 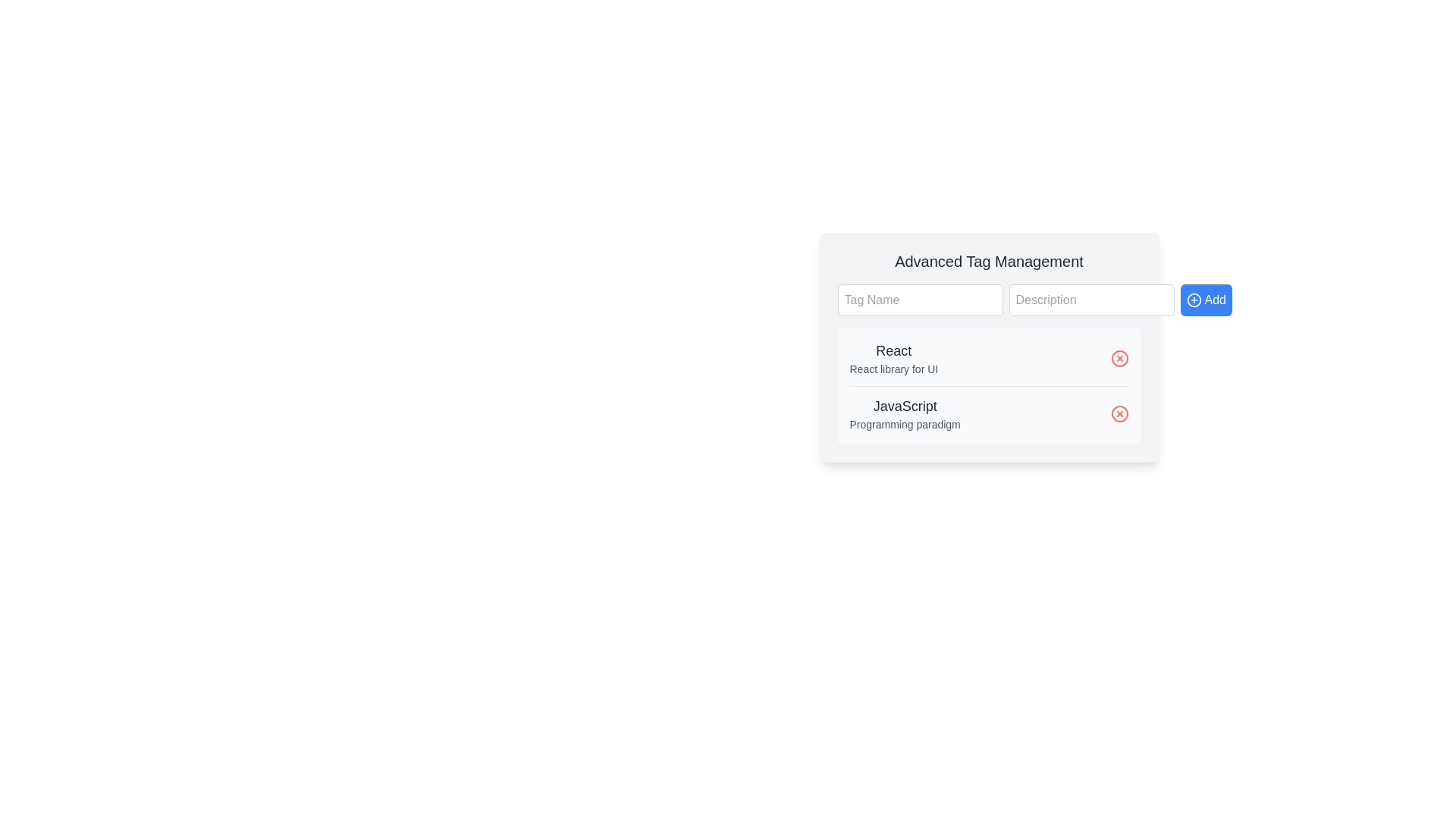 What do you see at coordinates (893, 359) in the screenshot?
I see `the first item in the vertically stacked list under the 'Advanced Tag Management' section, which displays the name and description of the React library` at bounding box center [893, 359].